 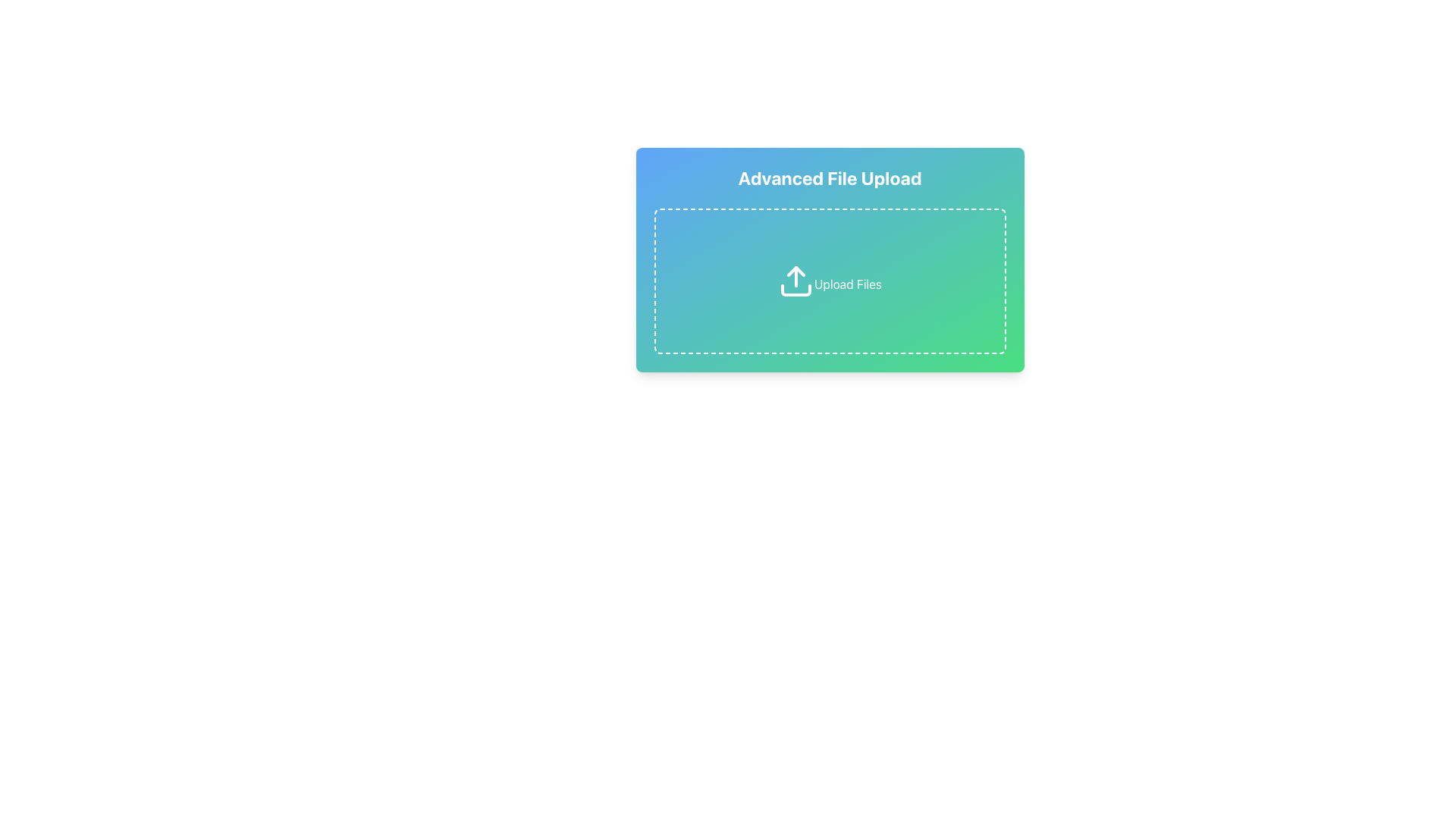 I want to click on the centered heading 'Advanced File Upload' which is styled with bold, white font and located at the top of a rounded rectangular card, so click(x=829, y=177).